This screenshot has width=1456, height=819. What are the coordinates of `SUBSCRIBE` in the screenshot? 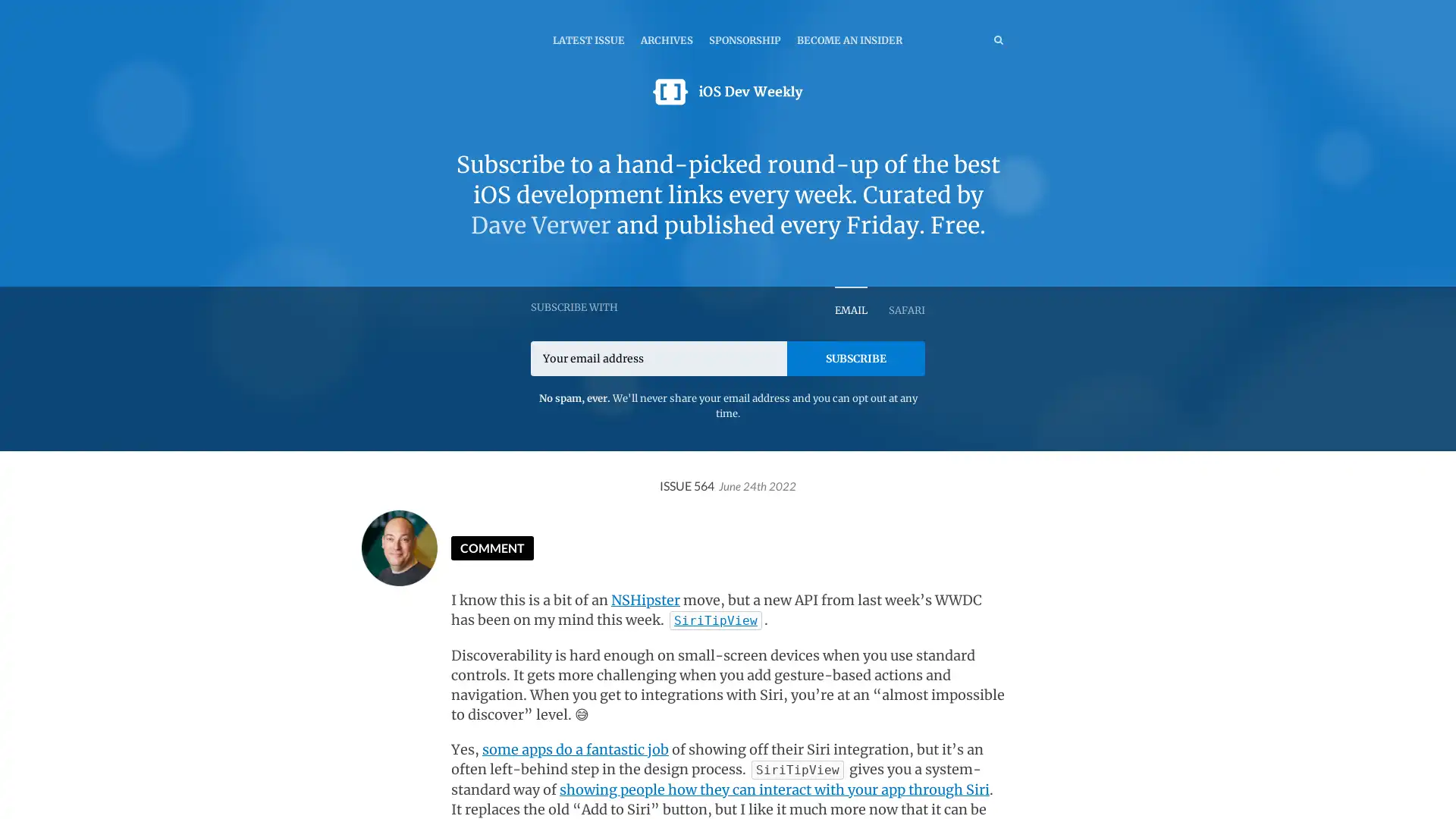 It's located at (855, 359).